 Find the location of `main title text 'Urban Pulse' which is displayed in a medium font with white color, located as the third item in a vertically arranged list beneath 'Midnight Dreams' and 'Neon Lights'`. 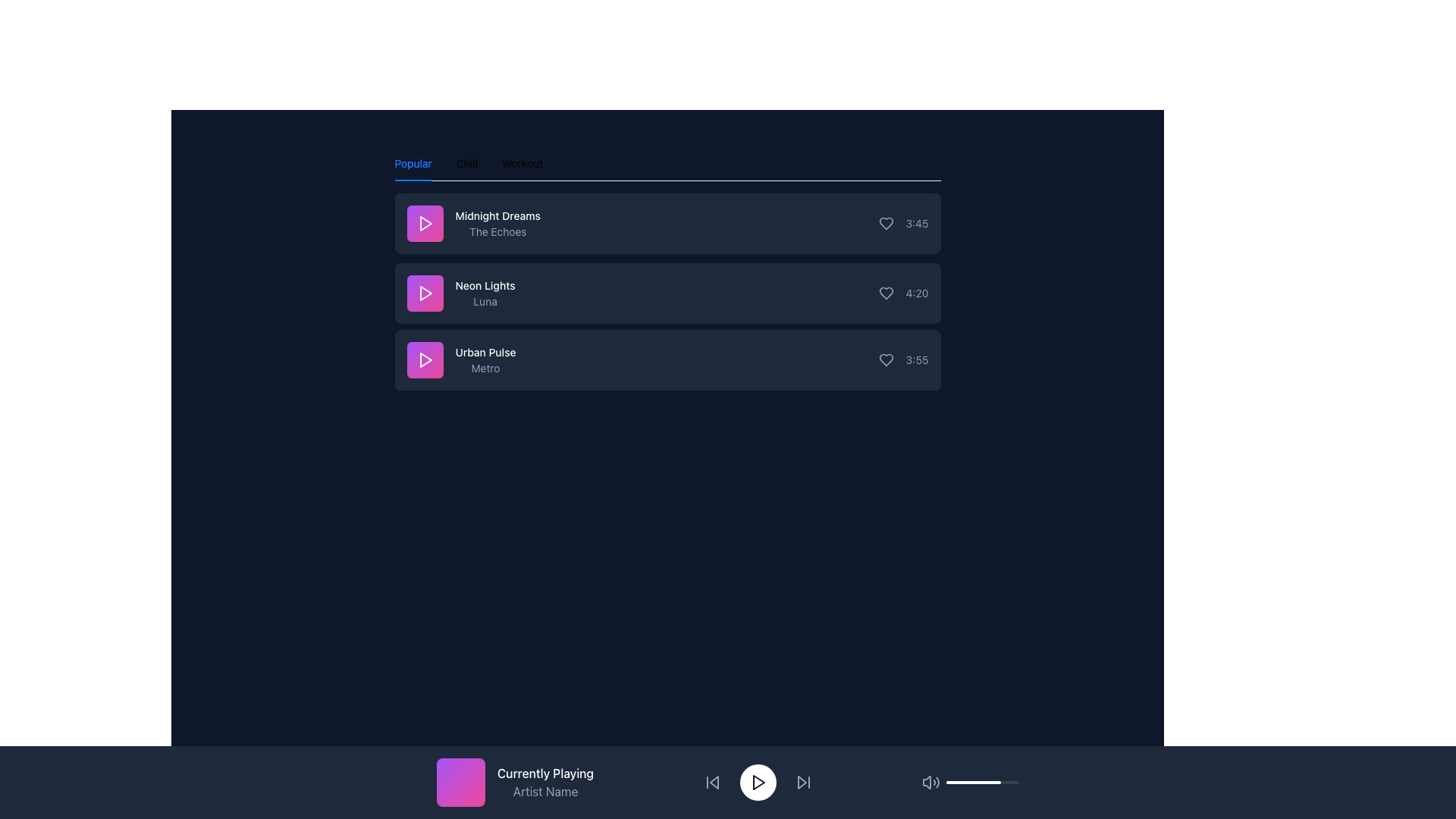

main title text 'Urban Pulse' which is displayed in a medium font with white color, located as the third item in a vertically arranged list beneath 'Midnight Dreams' and 'Neon Lights' is located at coordinates (485, 353).